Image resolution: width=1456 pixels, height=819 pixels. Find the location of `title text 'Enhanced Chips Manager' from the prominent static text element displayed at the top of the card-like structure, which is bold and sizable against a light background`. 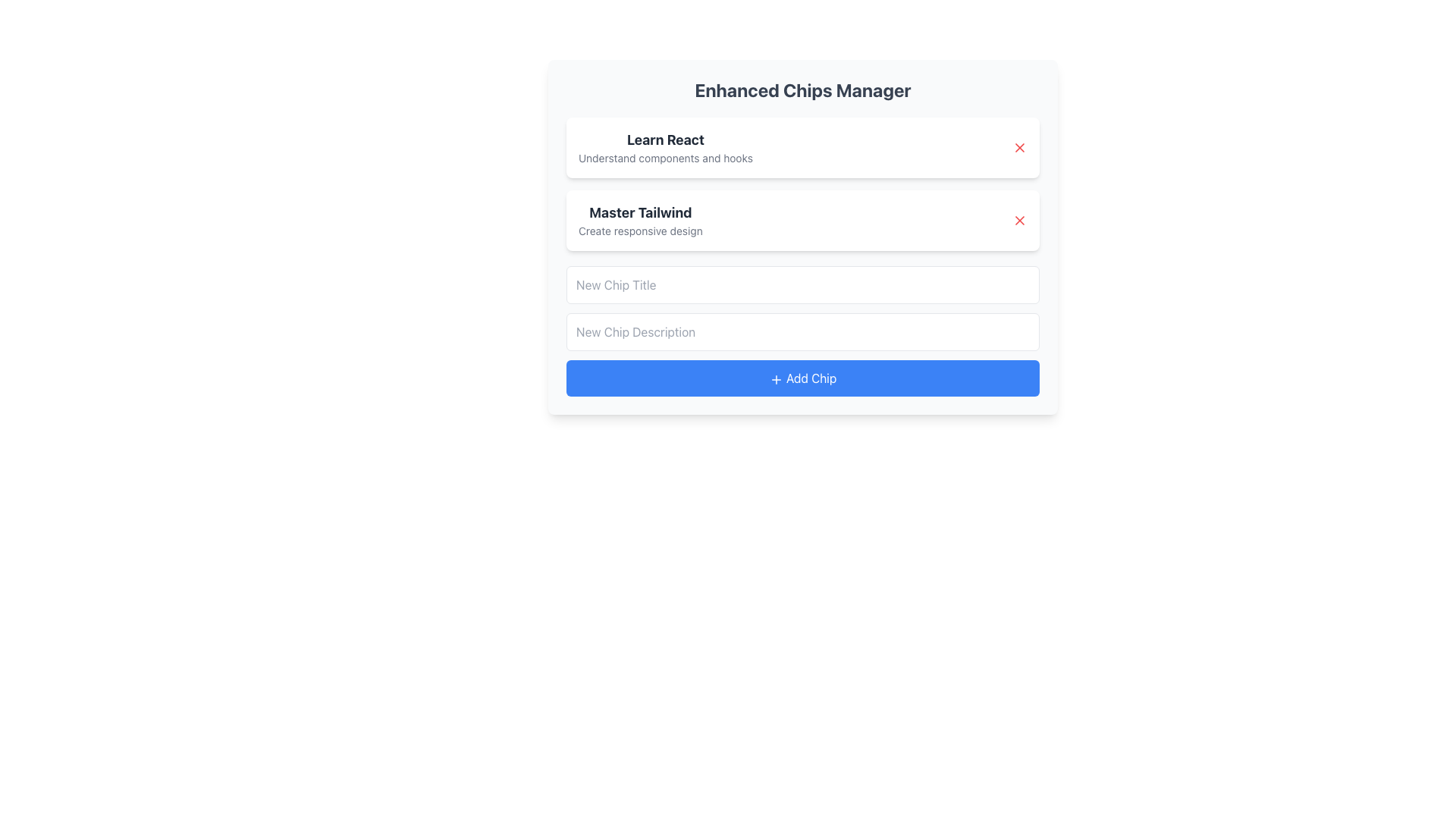

title text 'Enhanced Chips Manager' from the prominent static text element displayed at the top of the card-like structure, which is bold and sizable against a light background is located at coordinates (802, 90).